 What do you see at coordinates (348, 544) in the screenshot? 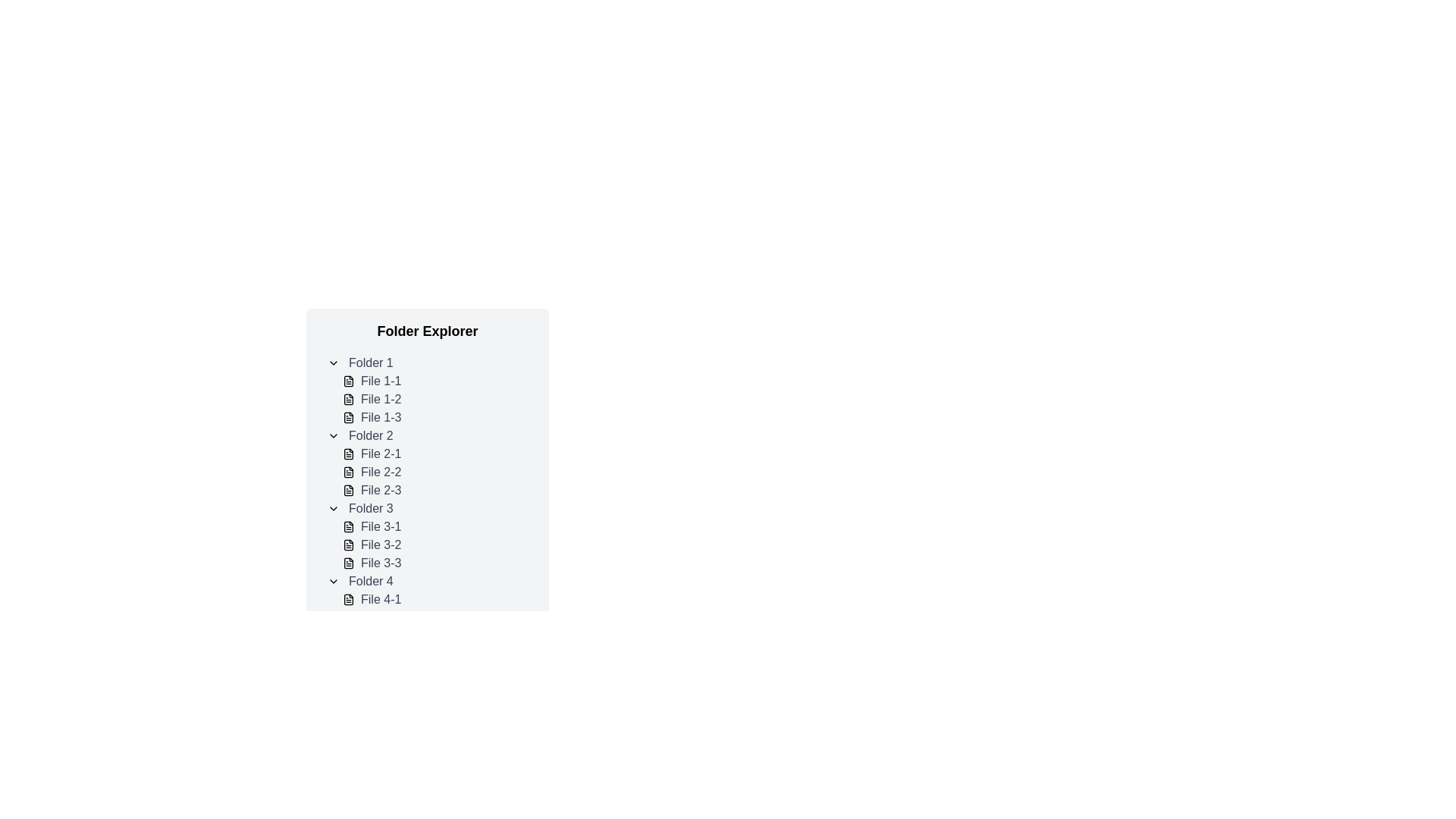
I see `the small file icon located in the file listing under 'Folder 3', positioned directly to the left of the label 'File 3-2'` at bounding box center [348, 544].